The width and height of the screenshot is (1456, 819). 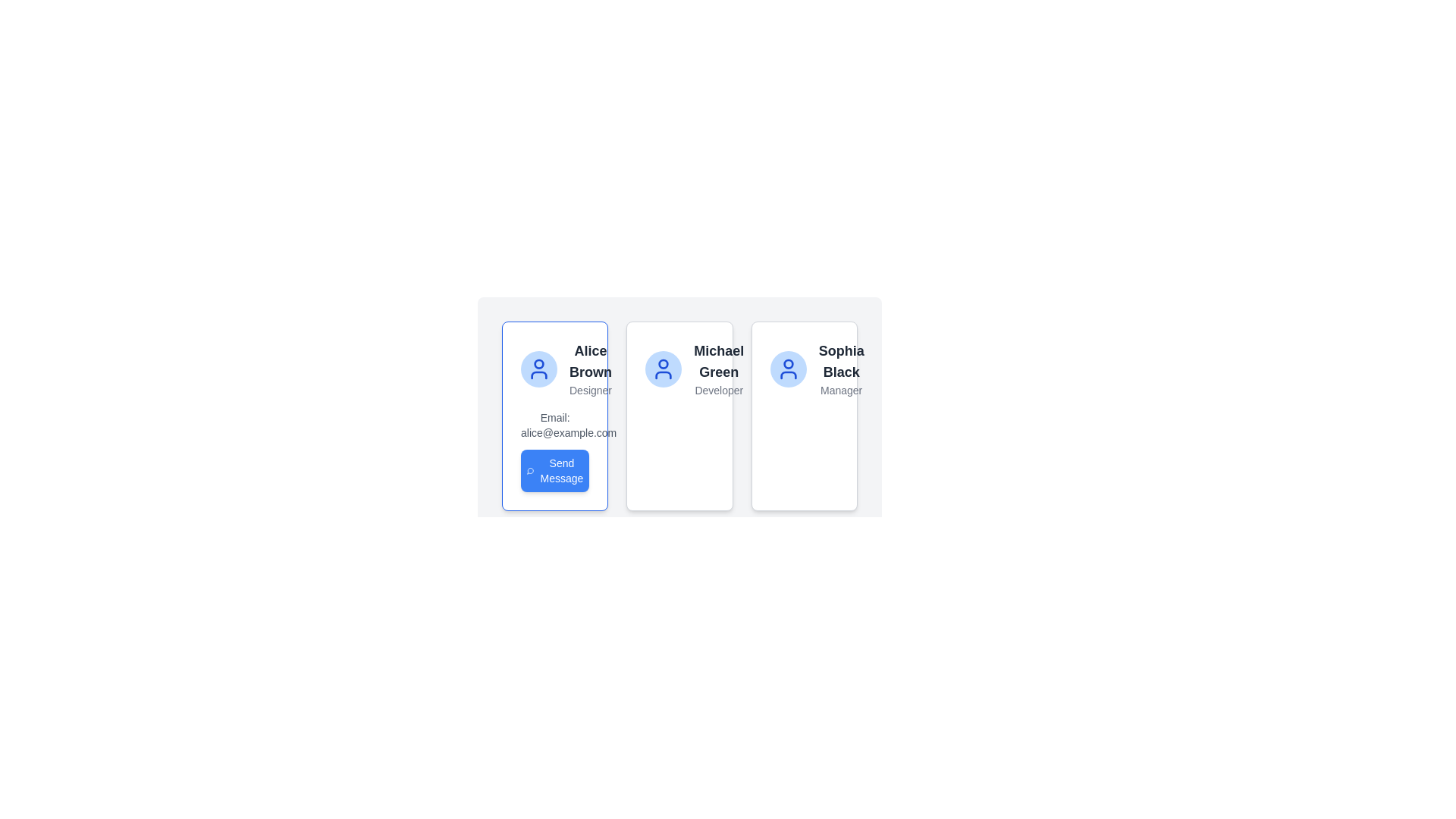 What do you see at coordinates (788, 369) in the screenshot?
I see `the User Profile Icon, which is a blue silhouette within a circular background` at bounding box center [788, 369].